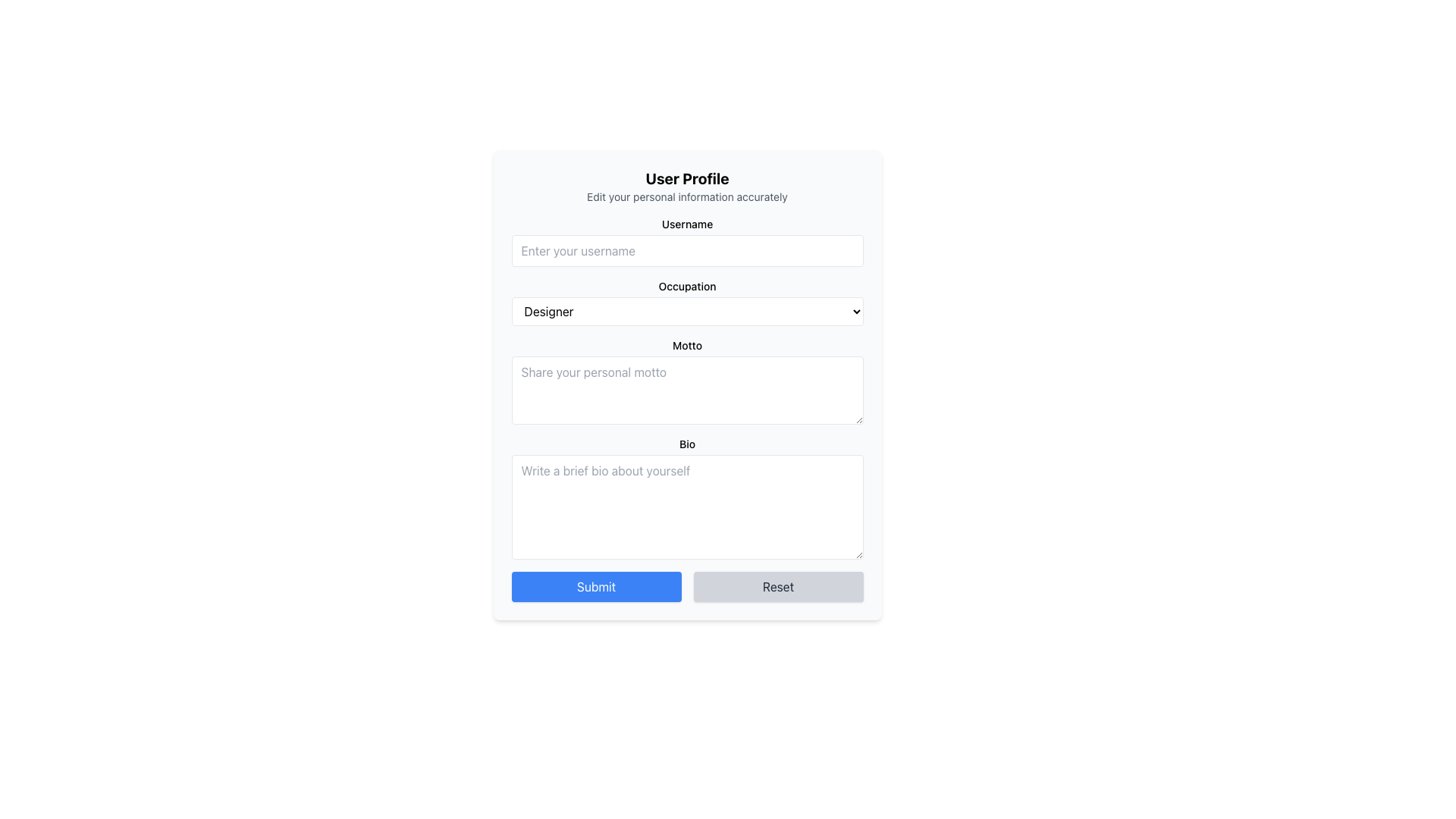 The width and height of the screenshot is (1456, 819). I want to click on the 'User Profile' text header with subtitle, which consists of a bold first line 'User Profile' and a smaller gray second line 'Edit your personal information accurately'. This element is located at the top of the form section within the modal dialogue, so click(686, 186).